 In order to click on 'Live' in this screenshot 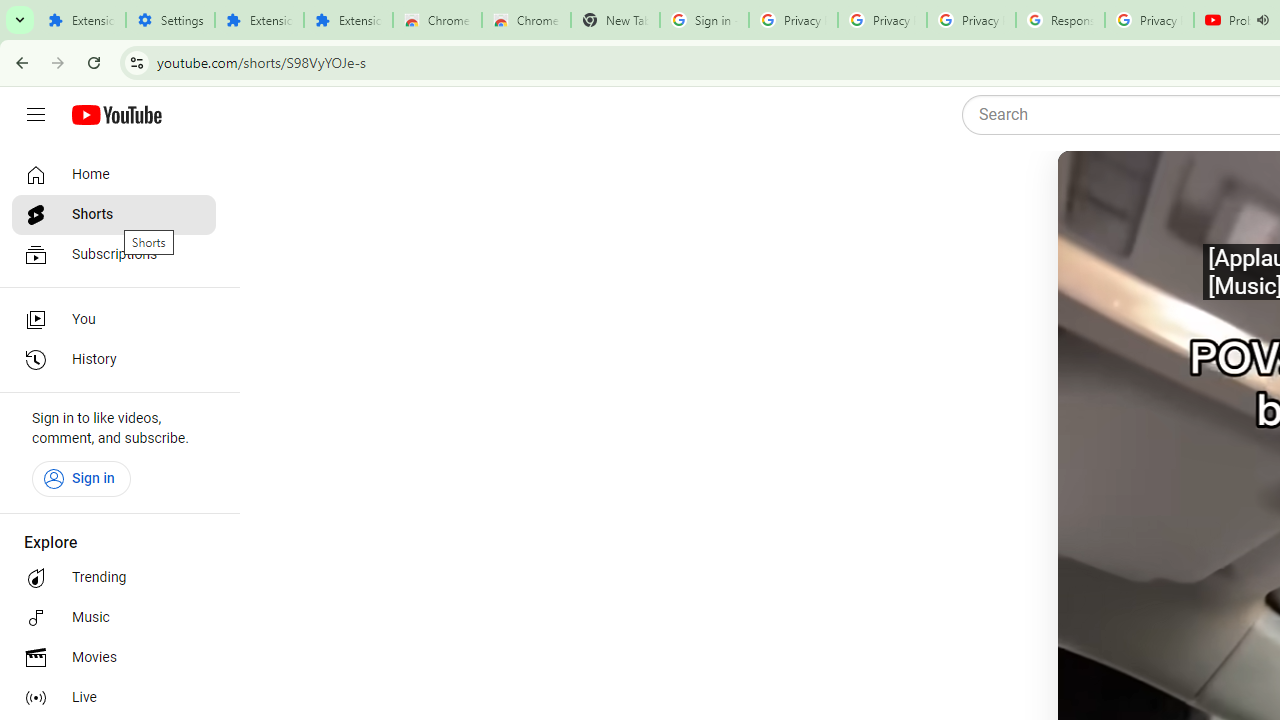, I will do `click(112, 697)`.